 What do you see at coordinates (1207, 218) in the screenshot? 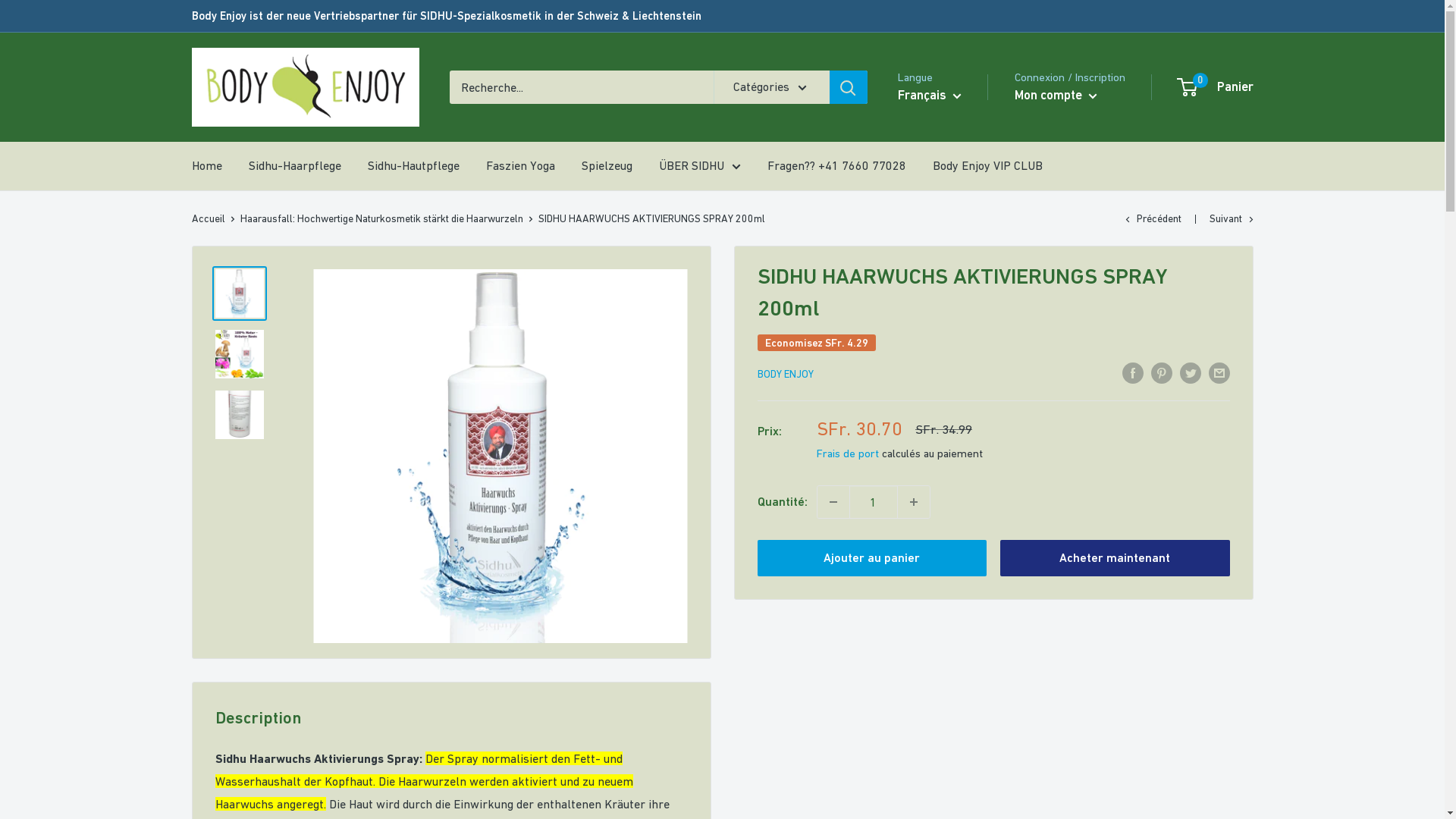
I see `'Suivant'` at bounding box center [1207, 218].